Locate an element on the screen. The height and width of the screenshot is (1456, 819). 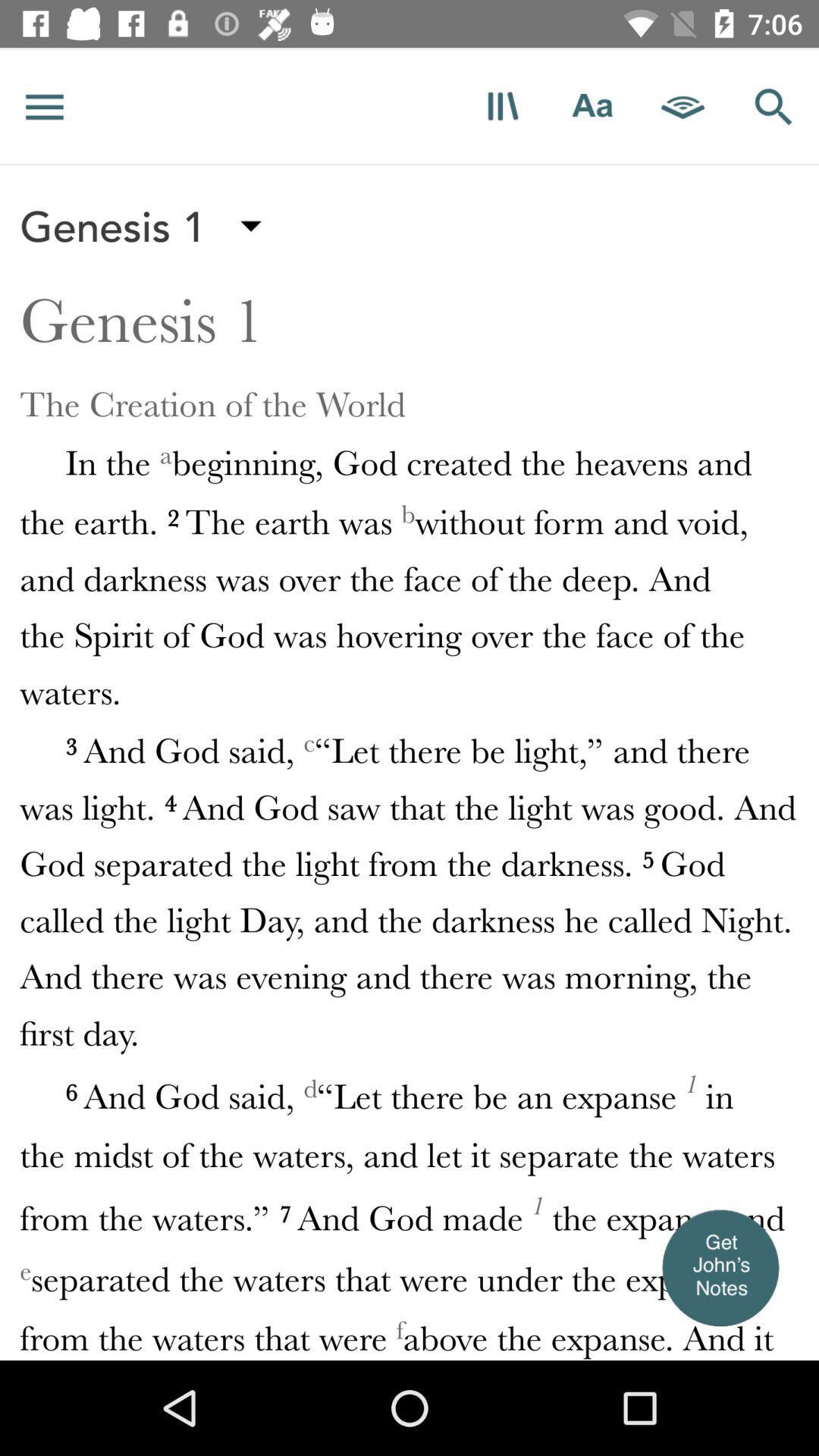
textalignment is located at coordinates (591, 105).